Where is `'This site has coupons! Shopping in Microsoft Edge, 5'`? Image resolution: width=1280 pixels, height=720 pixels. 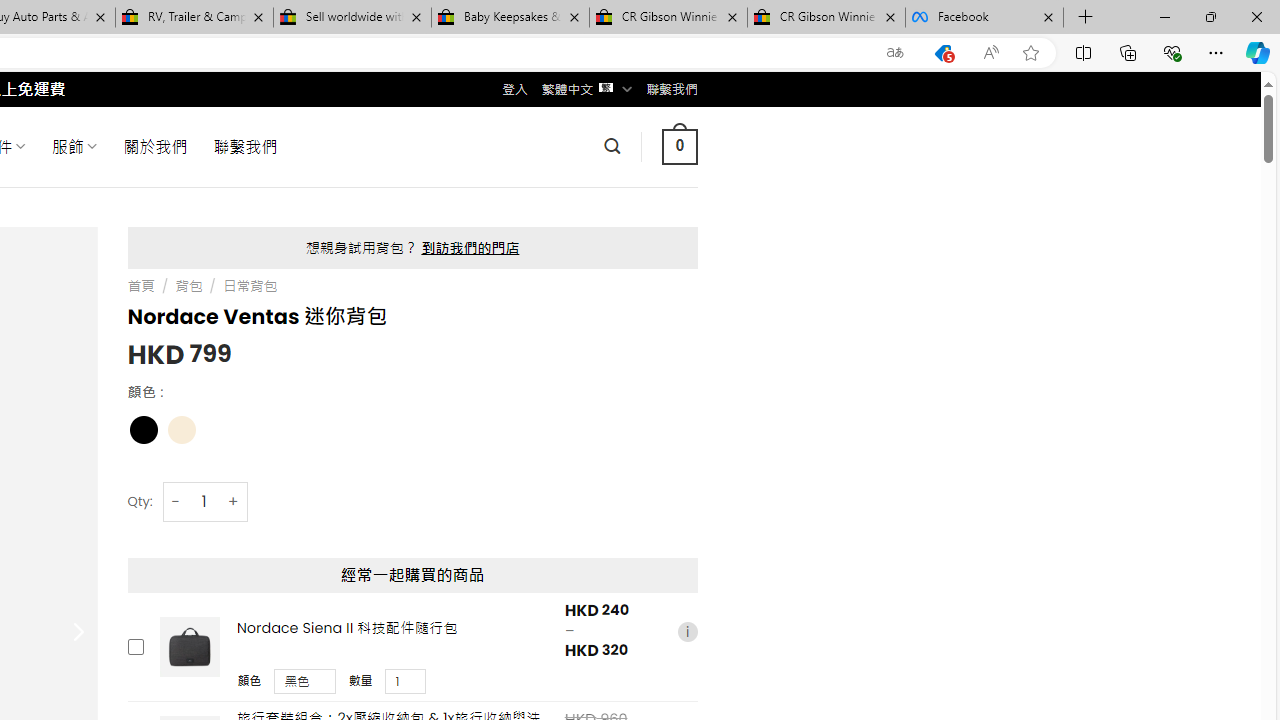
'This site has coupons! Shopping in Microsoft Edge, 5' is located at coordinates (942, 52).